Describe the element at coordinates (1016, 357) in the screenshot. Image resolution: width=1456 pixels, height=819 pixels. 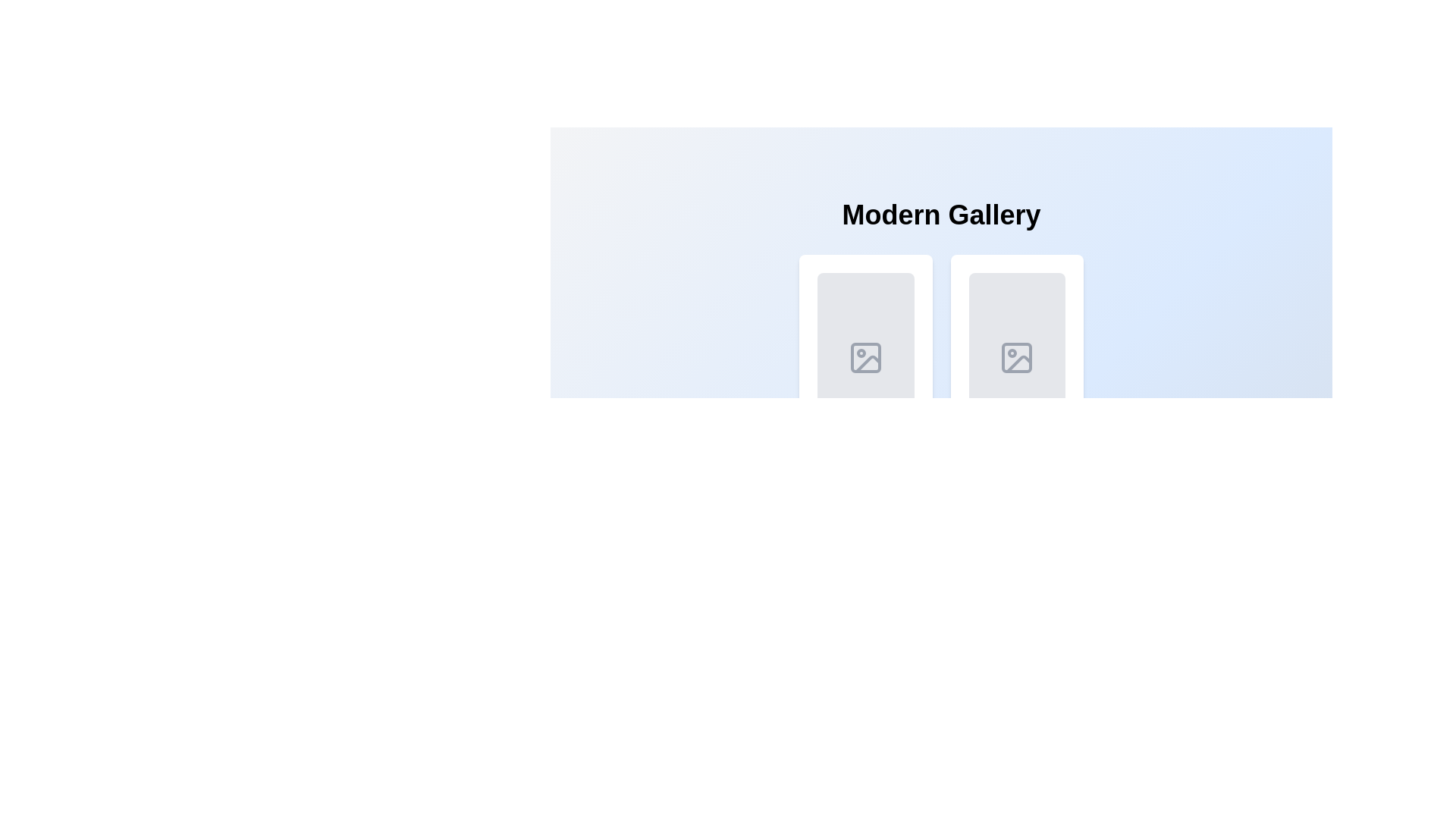
I see `the image-related action icon located in the right cell under the 'Modern Gallery' header, within a gray background box with rounded corners` at that location.